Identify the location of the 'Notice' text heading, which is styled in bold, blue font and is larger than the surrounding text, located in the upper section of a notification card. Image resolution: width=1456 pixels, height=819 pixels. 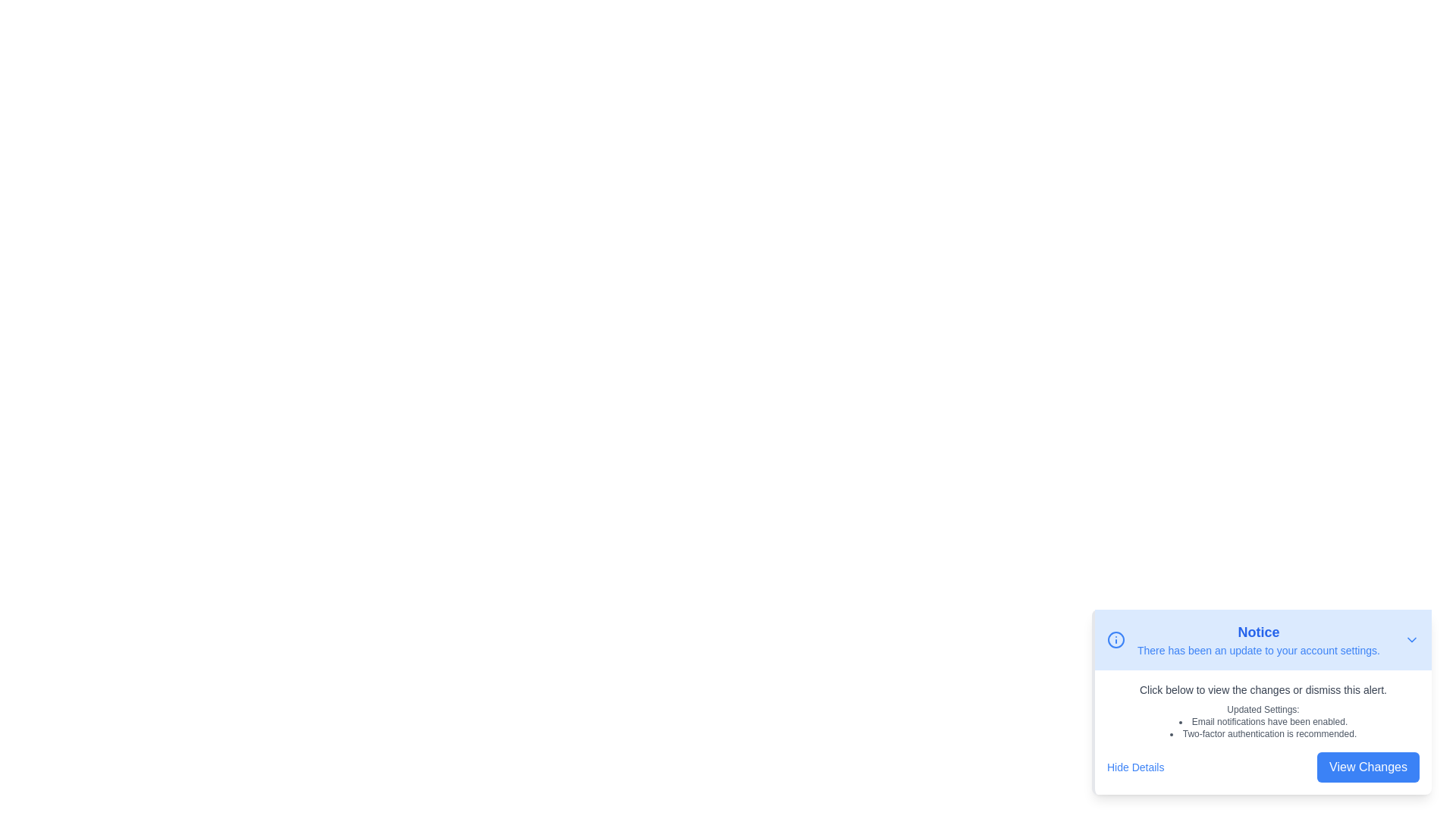
(1259, 632).